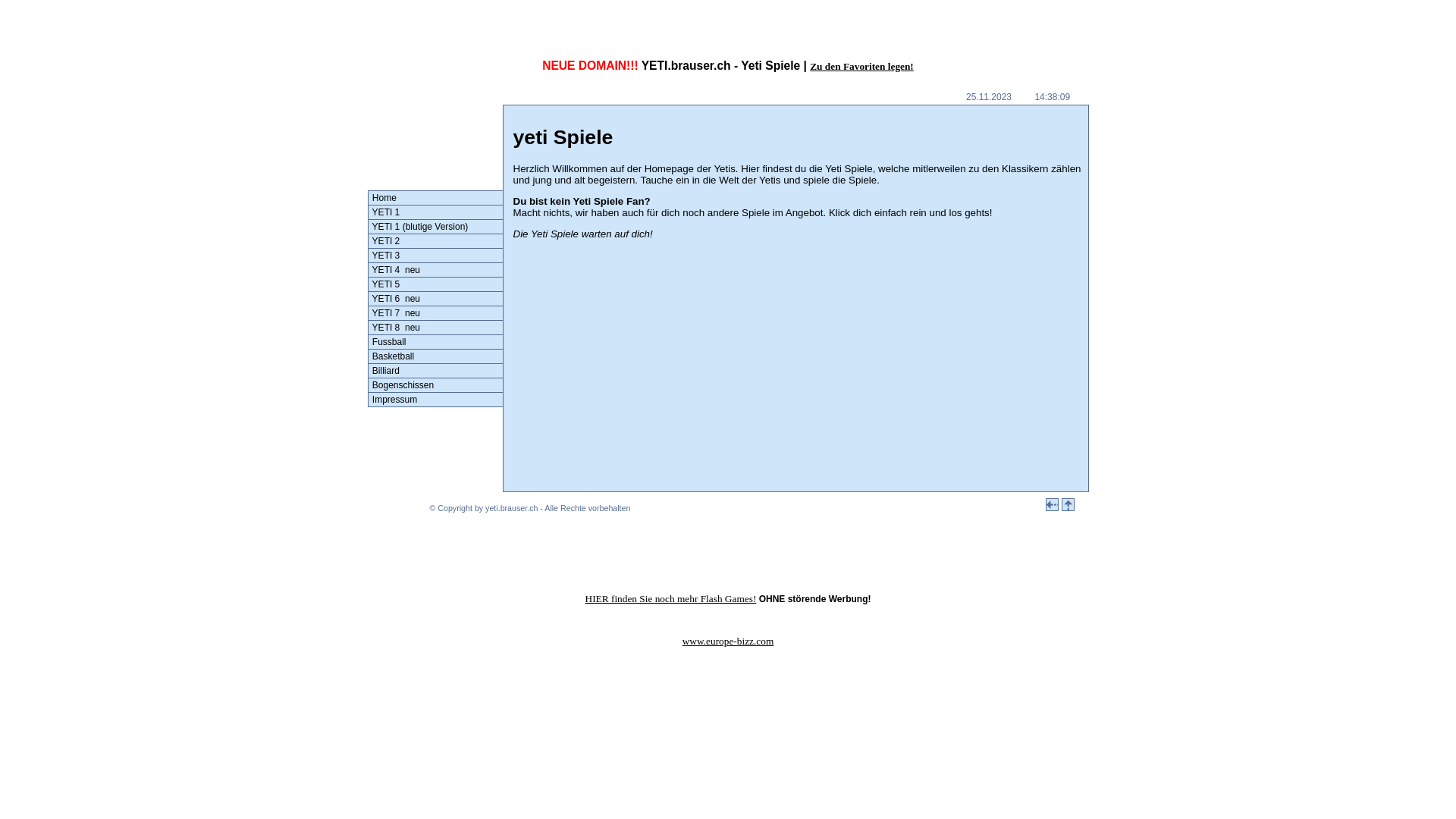  Describe the element at coordinates (728, 641) in the screenshot. I see `'www.europe-bizz.com'` at that location.